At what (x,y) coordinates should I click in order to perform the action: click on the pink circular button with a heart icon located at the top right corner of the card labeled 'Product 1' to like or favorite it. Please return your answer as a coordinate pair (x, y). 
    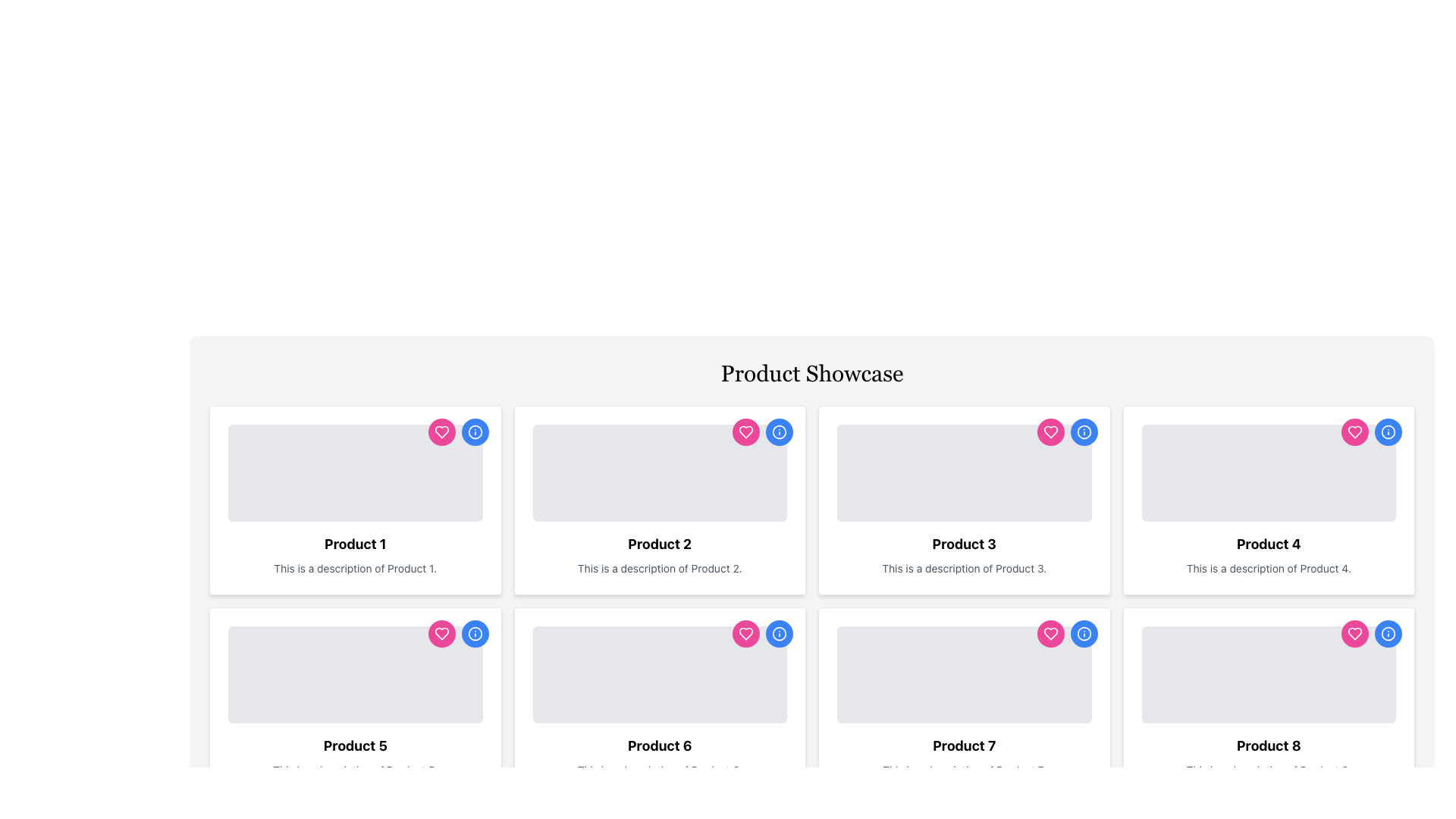
    Looking at the image, I should click on (457, 432).